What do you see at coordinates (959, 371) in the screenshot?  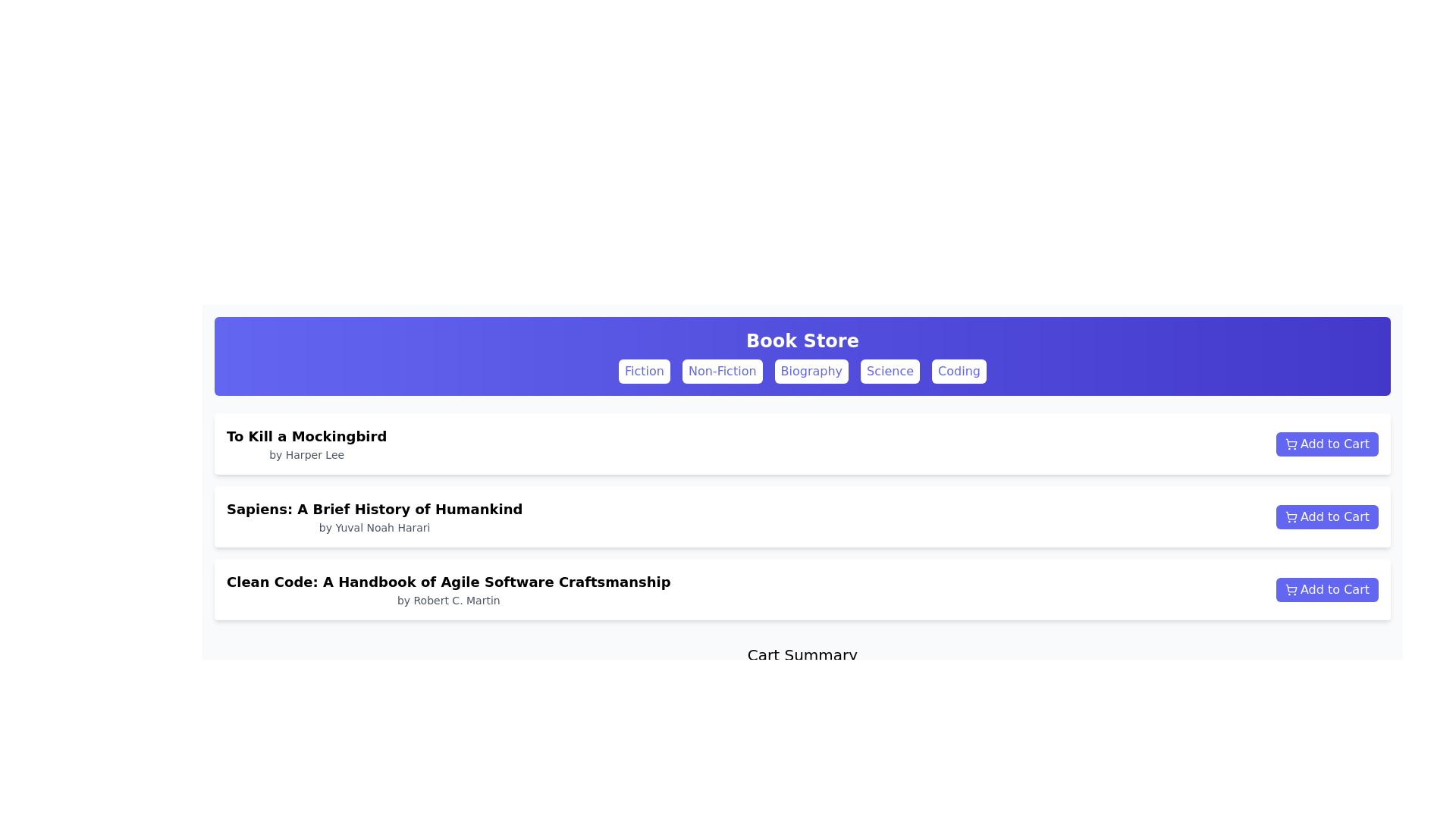 I see `the rounded rectangular button labeled 'Coding' with a white background located underneath the title 'Book Store'` at bounding box center [959, 371].